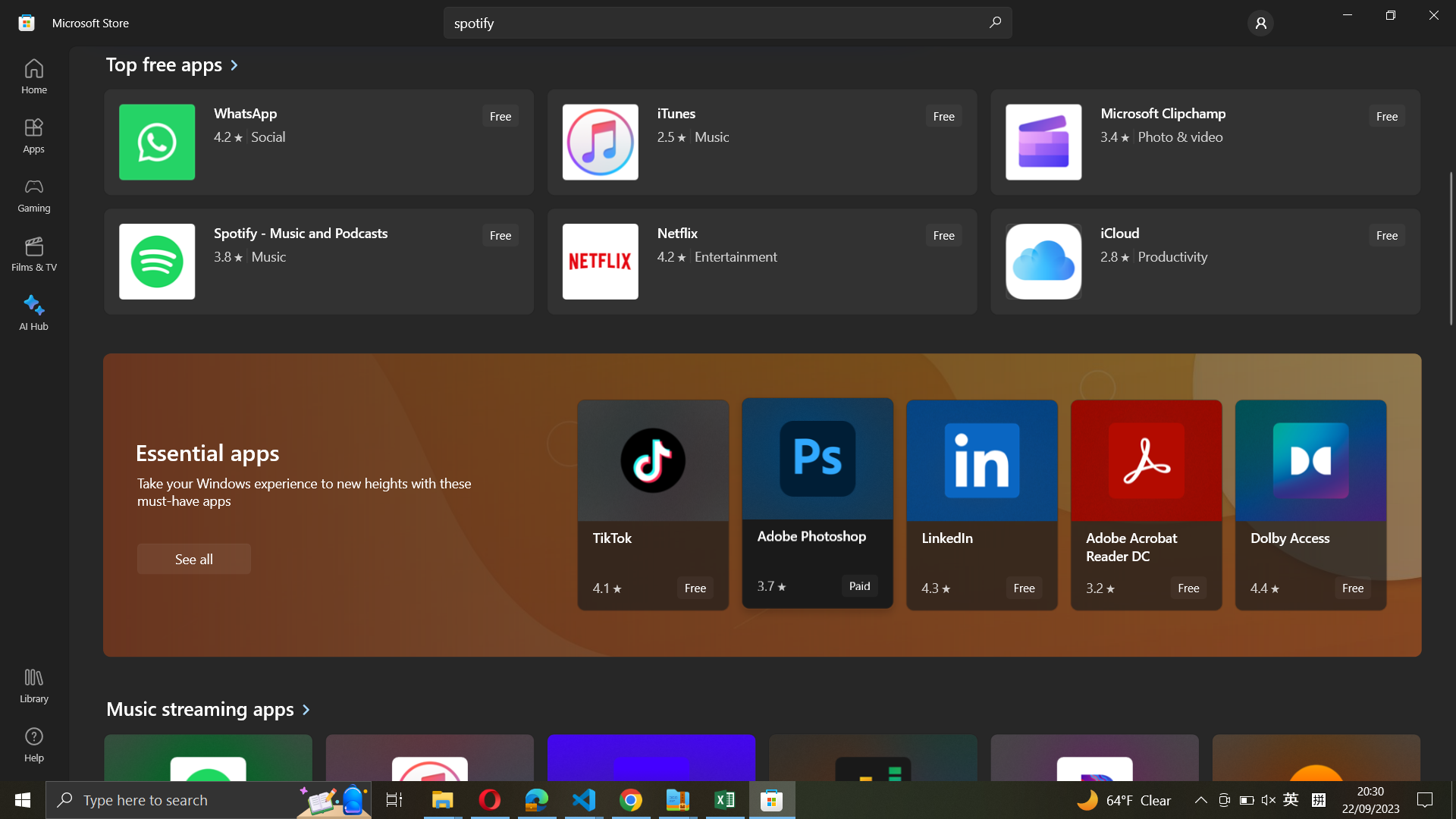 This screenshot has width=1456, height=819. What do you see at coordinates (33, 743) in the screenshot?
I see `Help function` at bounding box center [33, 743].